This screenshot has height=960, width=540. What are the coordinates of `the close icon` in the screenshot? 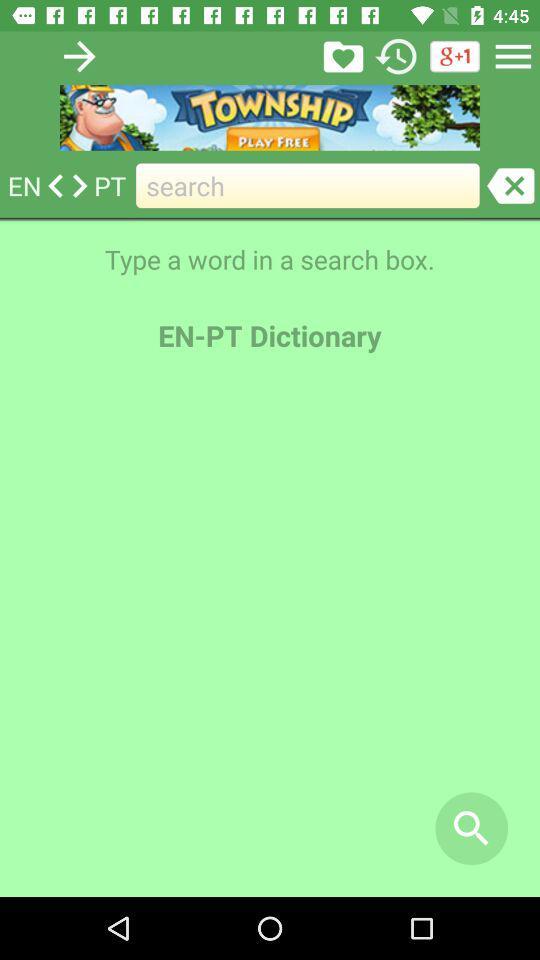 It's located at (510, 185).